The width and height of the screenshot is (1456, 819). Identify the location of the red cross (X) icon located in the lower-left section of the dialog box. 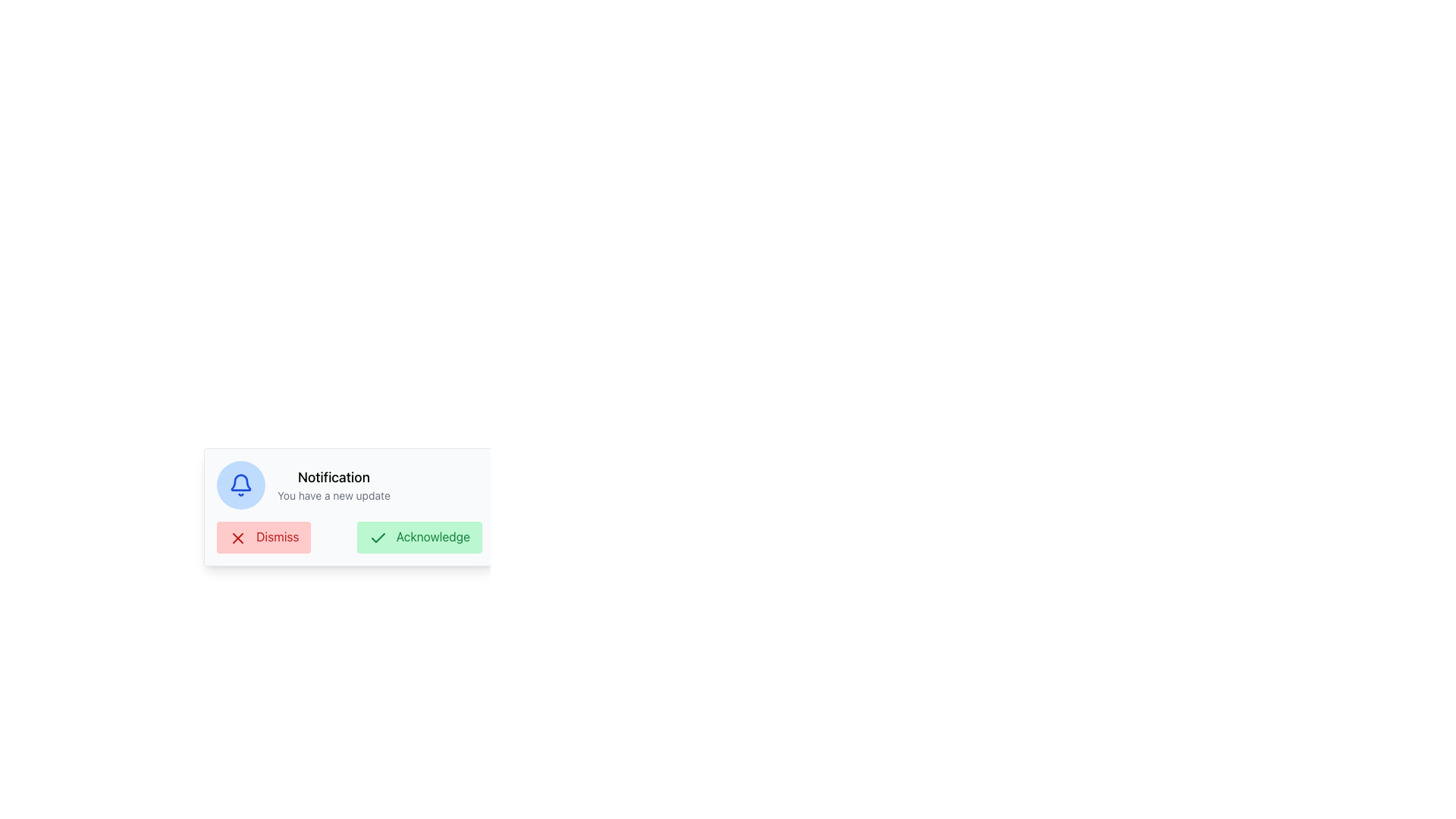
(237, 537).